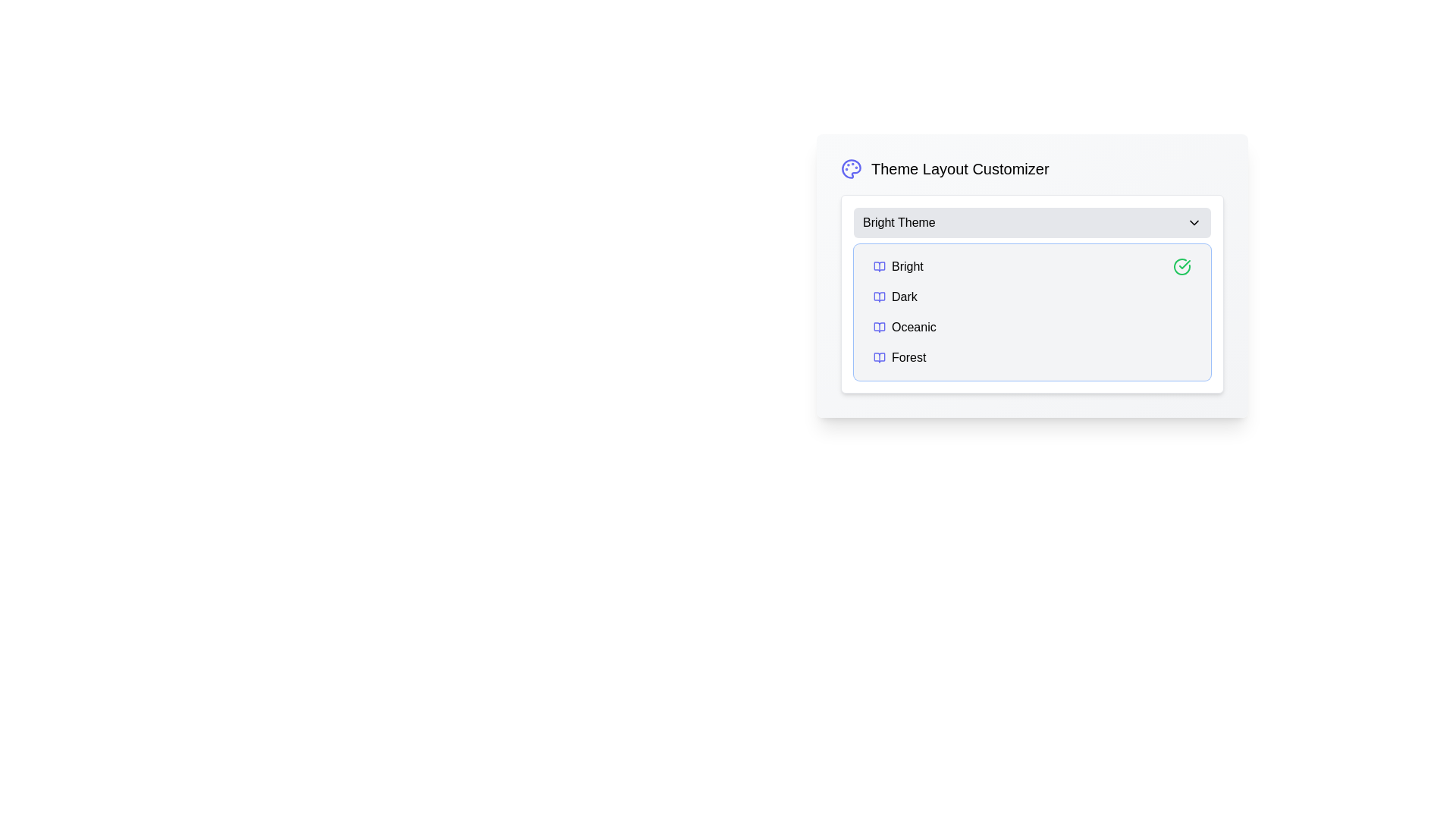 The height and width of the screenshot is (819, 1456). Describe the element at coordinates (1031, 222) in the screenshot. I see `the Dropdown Menu at the top of the theme selection` at that location.